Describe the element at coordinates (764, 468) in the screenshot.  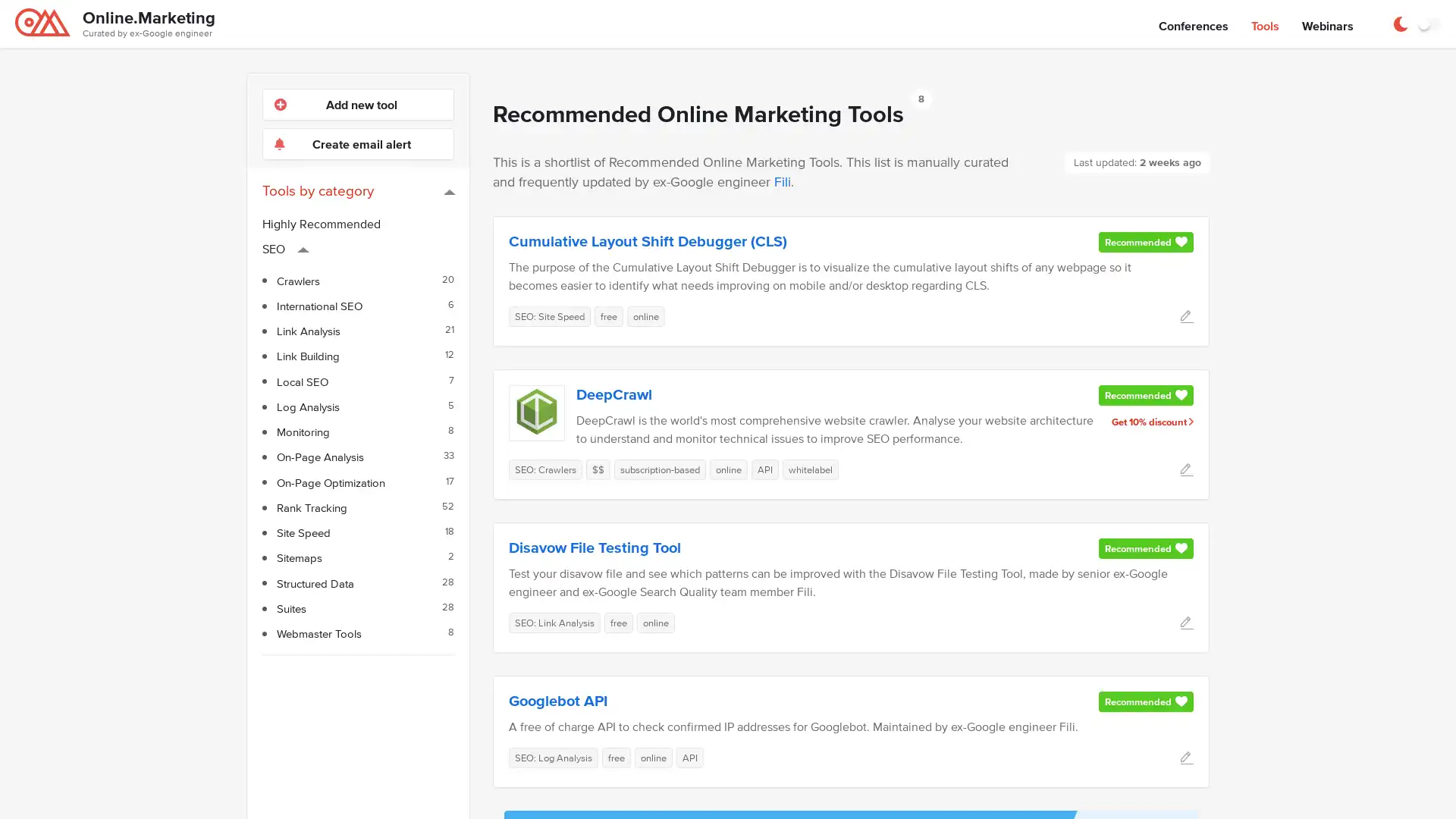
I see `API` at that location.